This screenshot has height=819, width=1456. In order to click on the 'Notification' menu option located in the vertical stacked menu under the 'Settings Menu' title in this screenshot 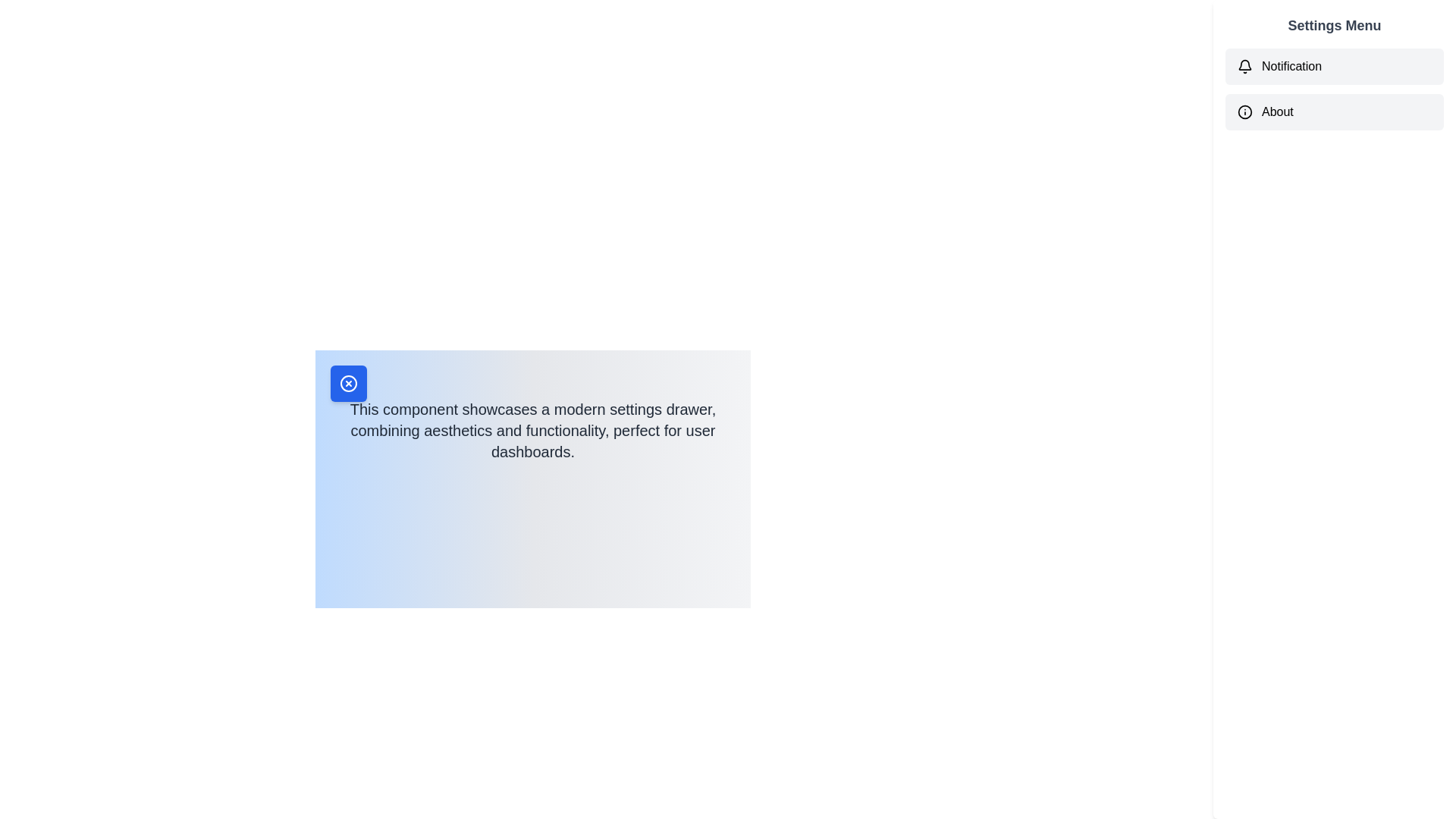, I will do `click(1335, 89)`.